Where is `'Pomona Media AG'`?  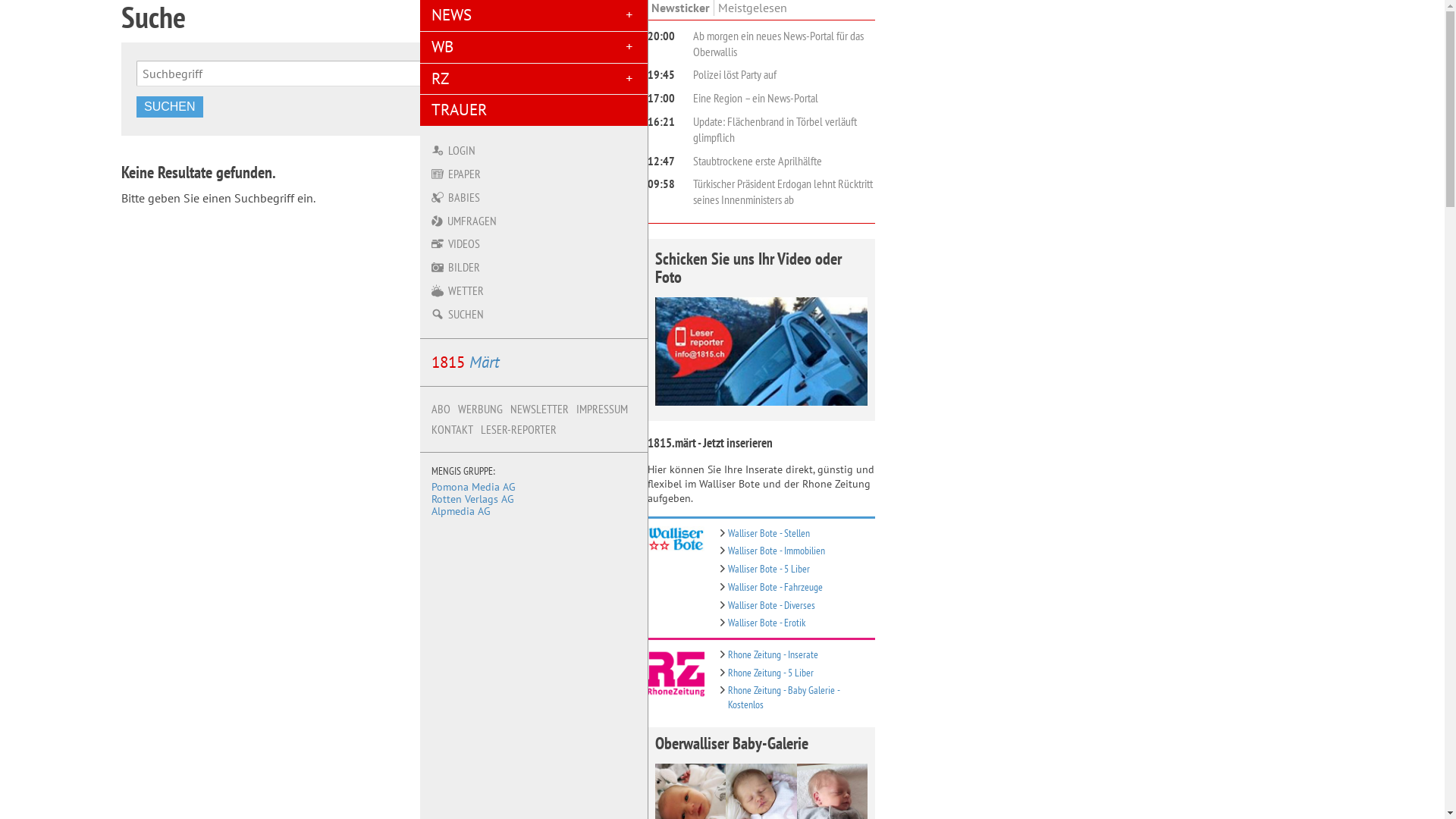
'Pomona Media AG' is located at coordinates (472, 486).